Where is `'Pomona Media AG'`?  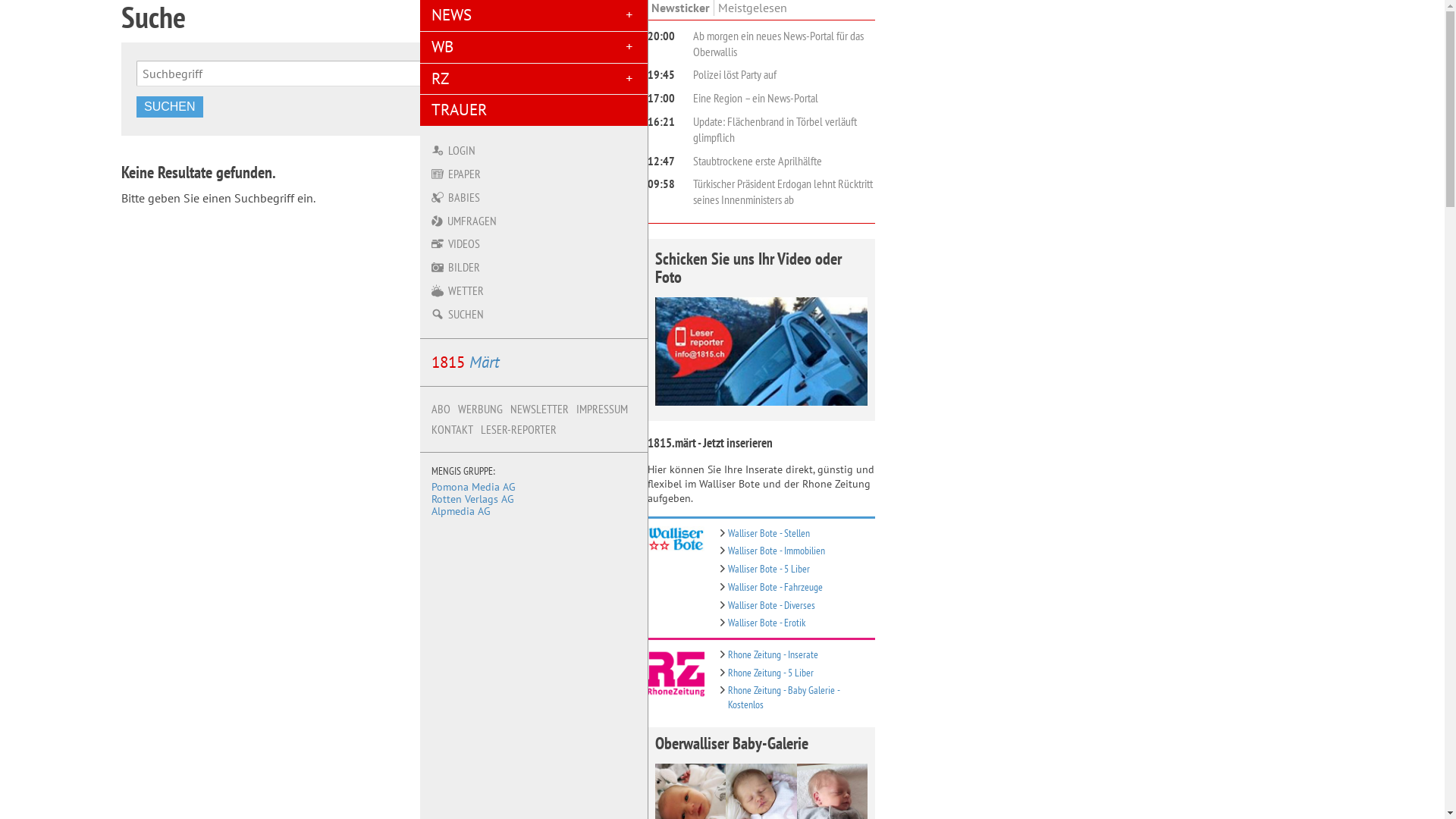
'Pomona Media AG' is located at coordinates (472, 486).